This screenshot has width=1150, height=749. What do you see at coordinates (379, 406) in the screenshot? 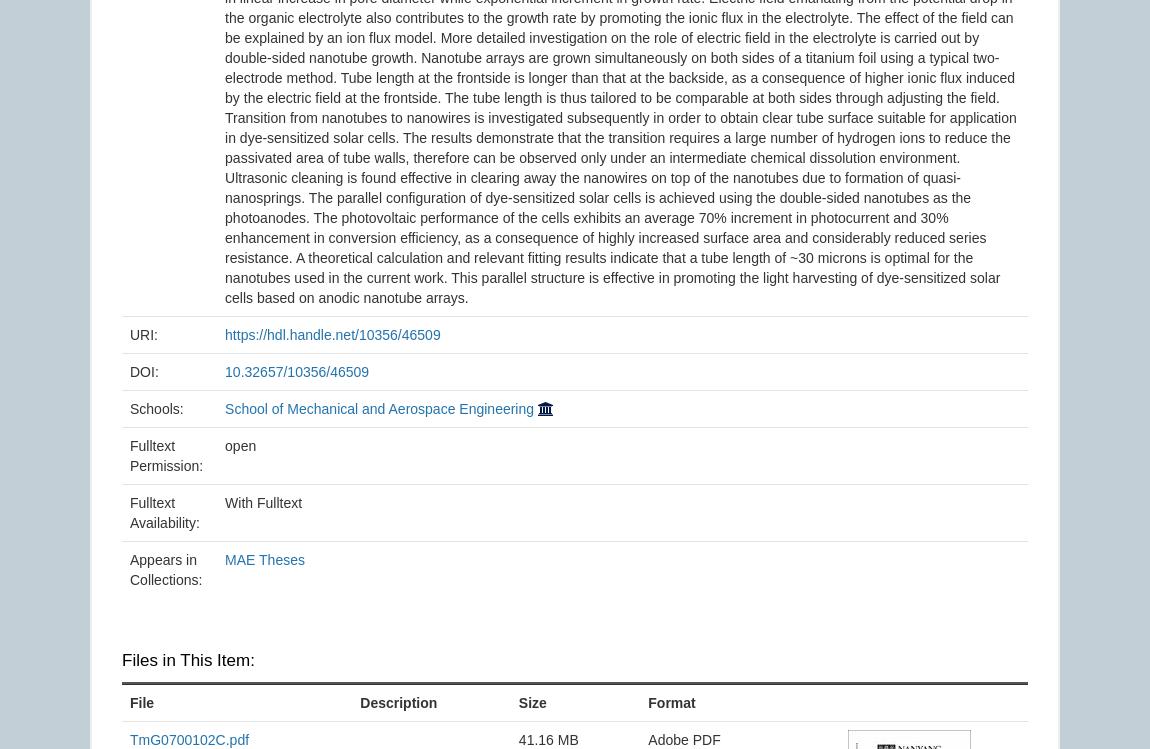
I see `'School of Mechanical and Aerospace Engineering'` at bounding box center [379, 406].